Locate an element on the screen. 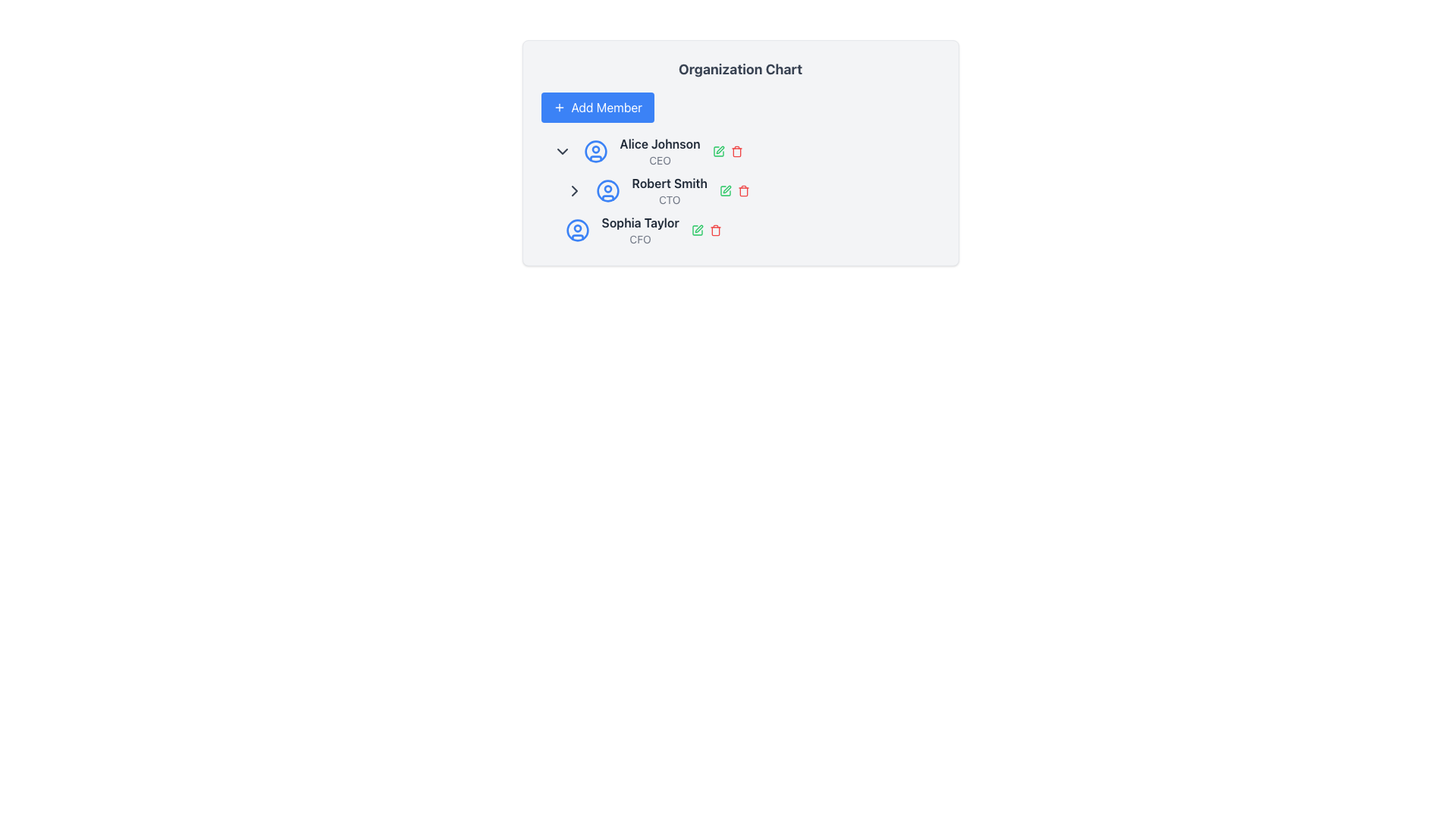  the Static Text Label displaying 'Robert Smith', which is styled in bold, dark gray color, positioned centrally in the organization chart interface below 'Alice Johnson' and above 'Sophia Taylor' is located at coordinates (669, 183).